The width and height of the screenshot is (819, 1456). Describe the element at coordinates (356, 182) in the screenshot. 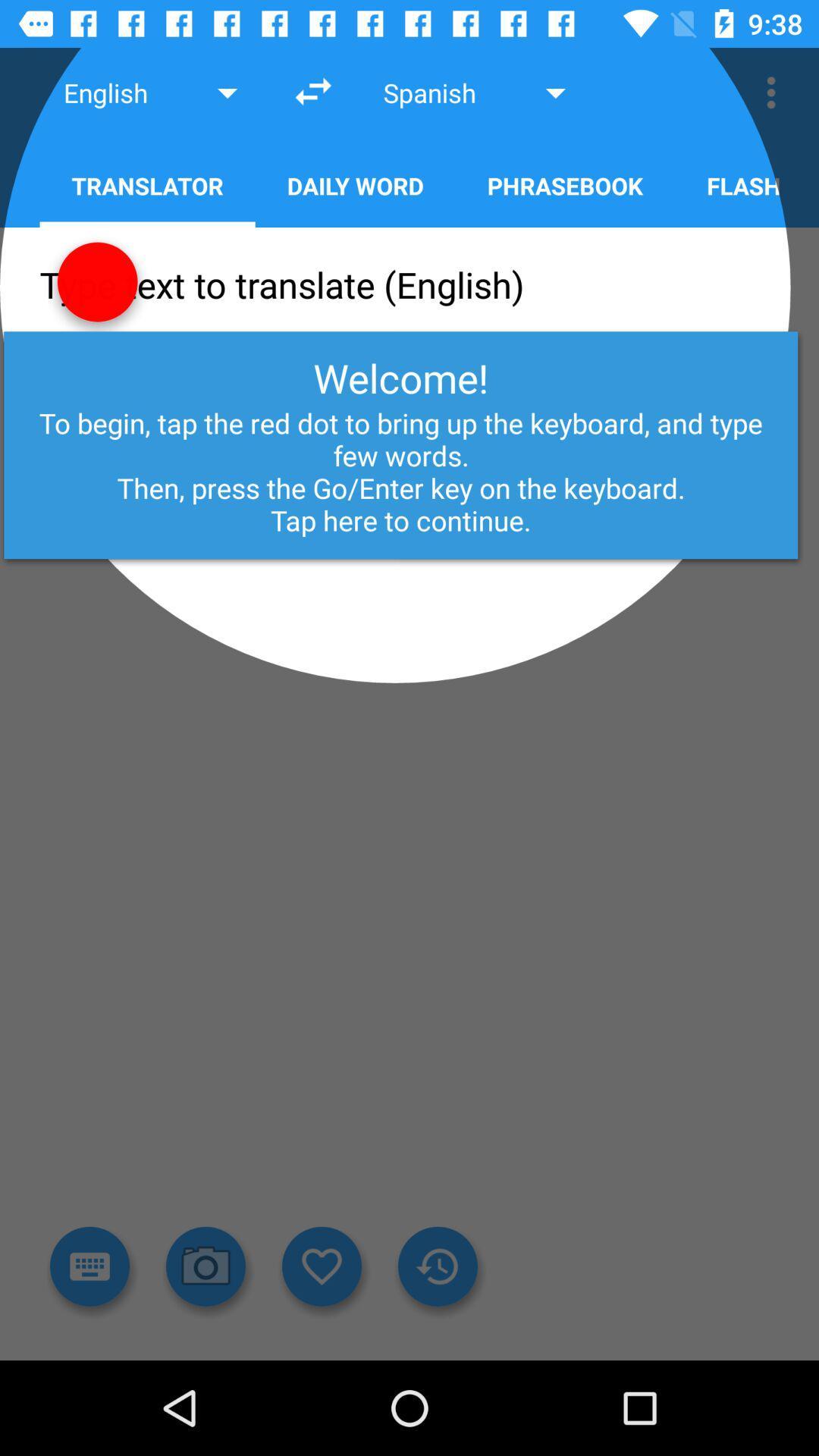

I see `the button next to translator` at that location.